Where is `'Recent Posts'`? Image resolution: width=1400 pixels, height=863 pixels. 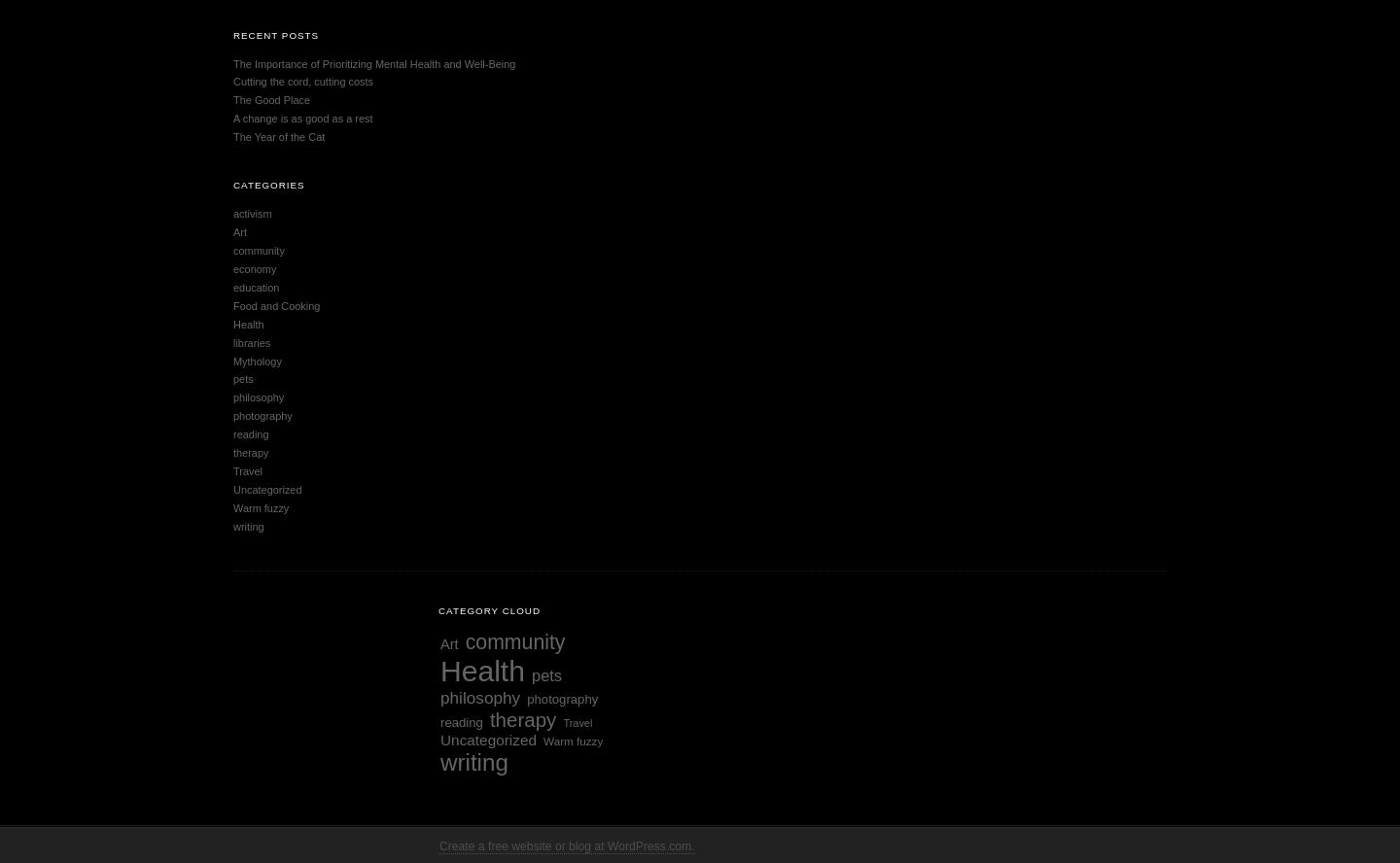 'Recent Posts' is located at coordinates (274, 34).